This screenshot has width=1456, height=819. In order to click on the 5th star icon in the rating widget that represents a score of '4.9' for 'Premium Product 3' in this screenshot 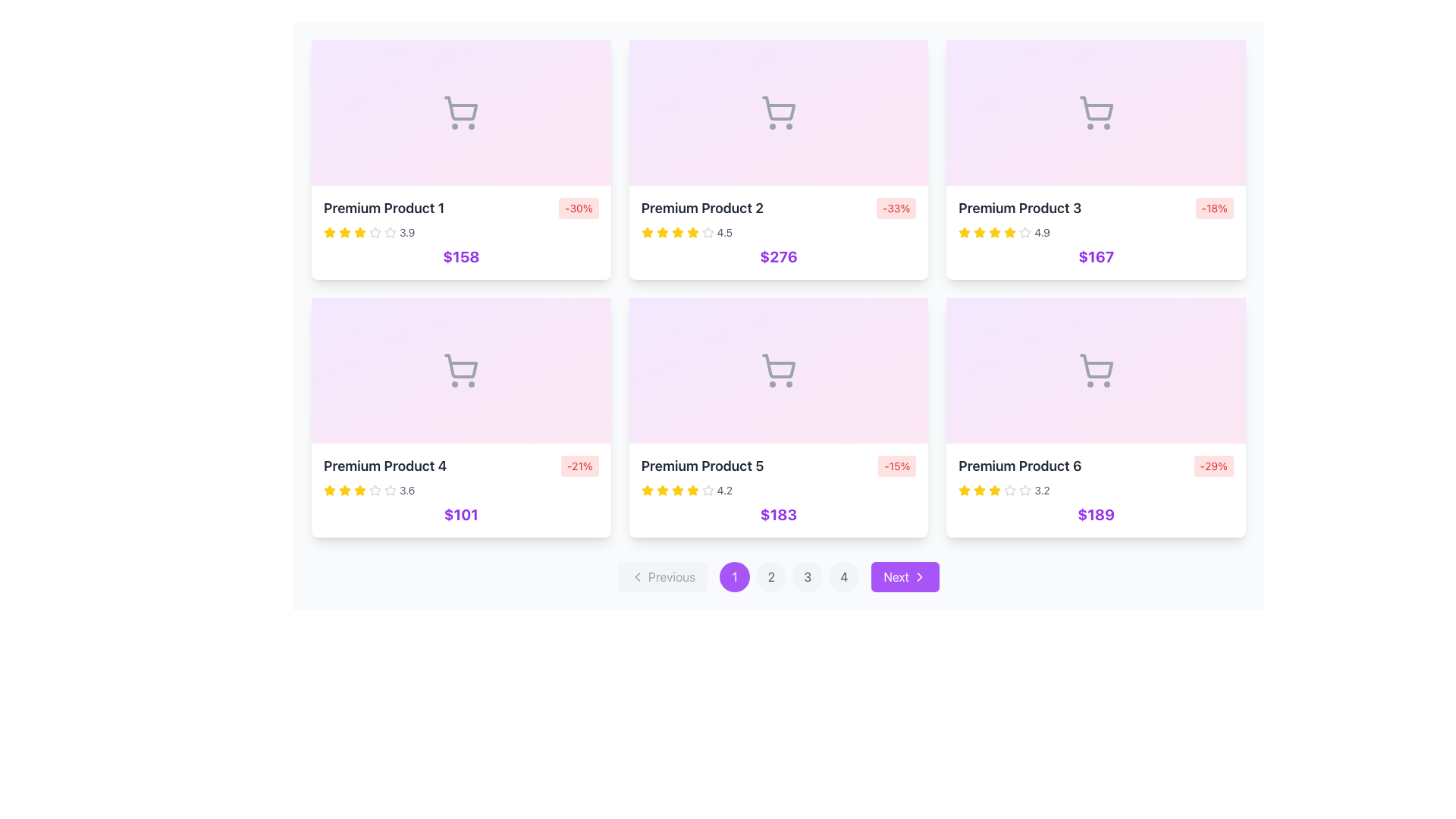, I will do `click(1010, 233)`.